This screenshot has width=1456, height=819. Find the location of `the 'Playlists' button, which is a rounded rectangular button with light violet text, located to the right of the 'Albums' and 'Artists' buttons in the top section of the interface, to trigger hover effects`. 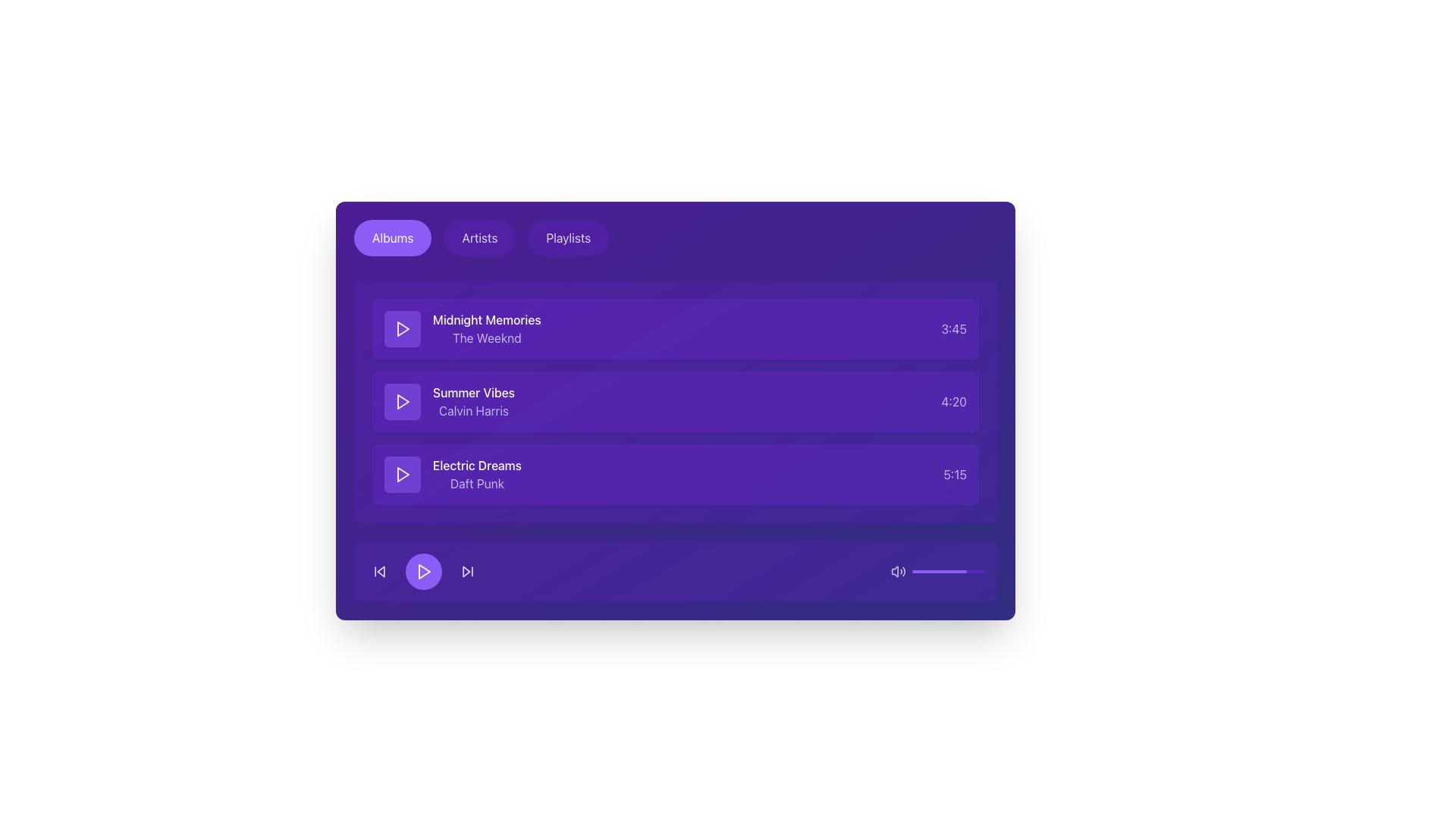

the 'Playlists' button, which is a rounded rectangular button with light violet text, located to the right of the 'Albums' and 'Artists' buttons in the top section of the interface, to trigger hover effects is located at coordinates (567, 237).